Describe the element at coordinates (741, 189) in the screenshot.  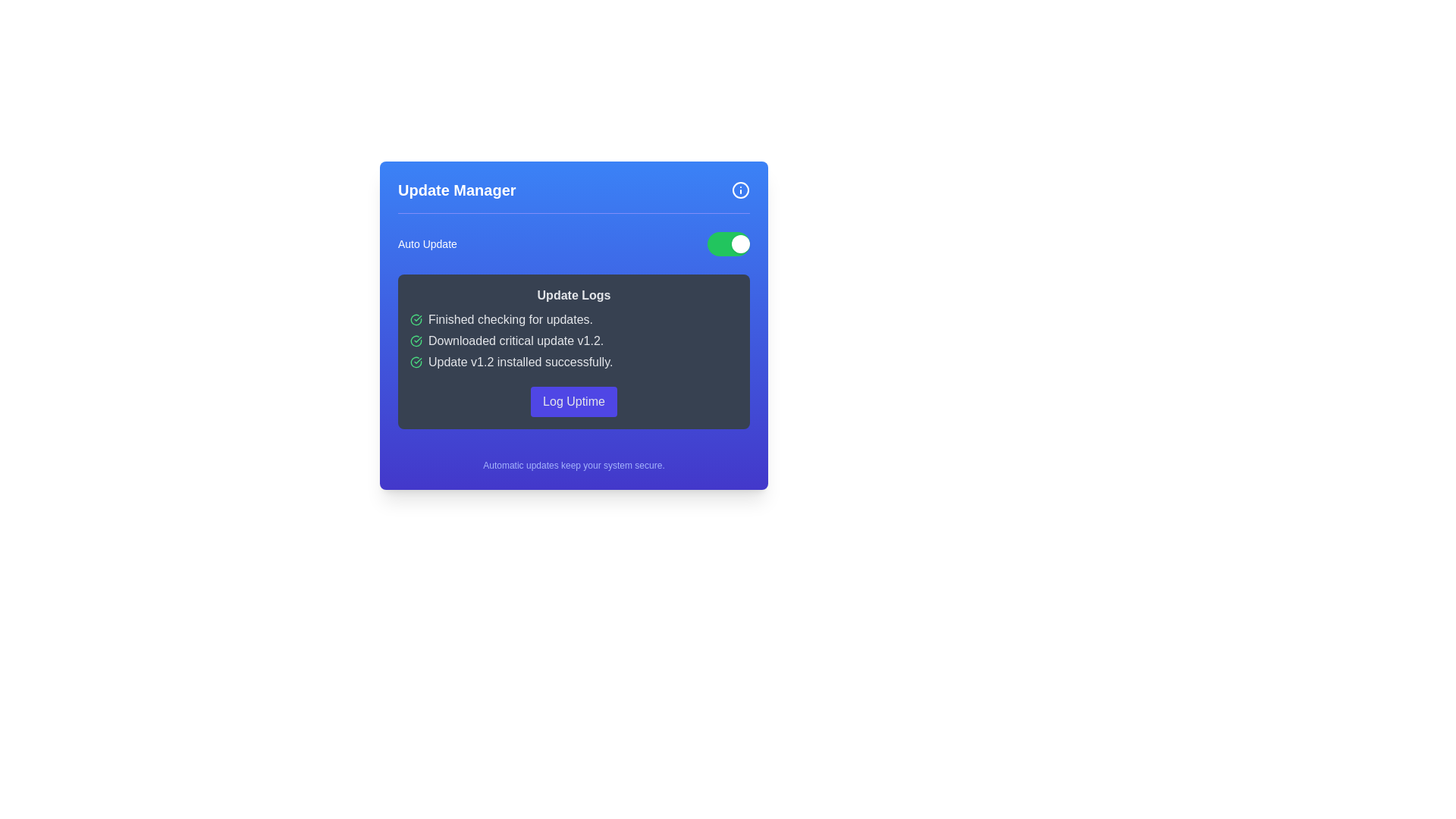
I see `the SVG Circle element located in the upper-right corner of the Update Manager card, which is surrounded by other graphical elements and represents information or alerts` at that location.